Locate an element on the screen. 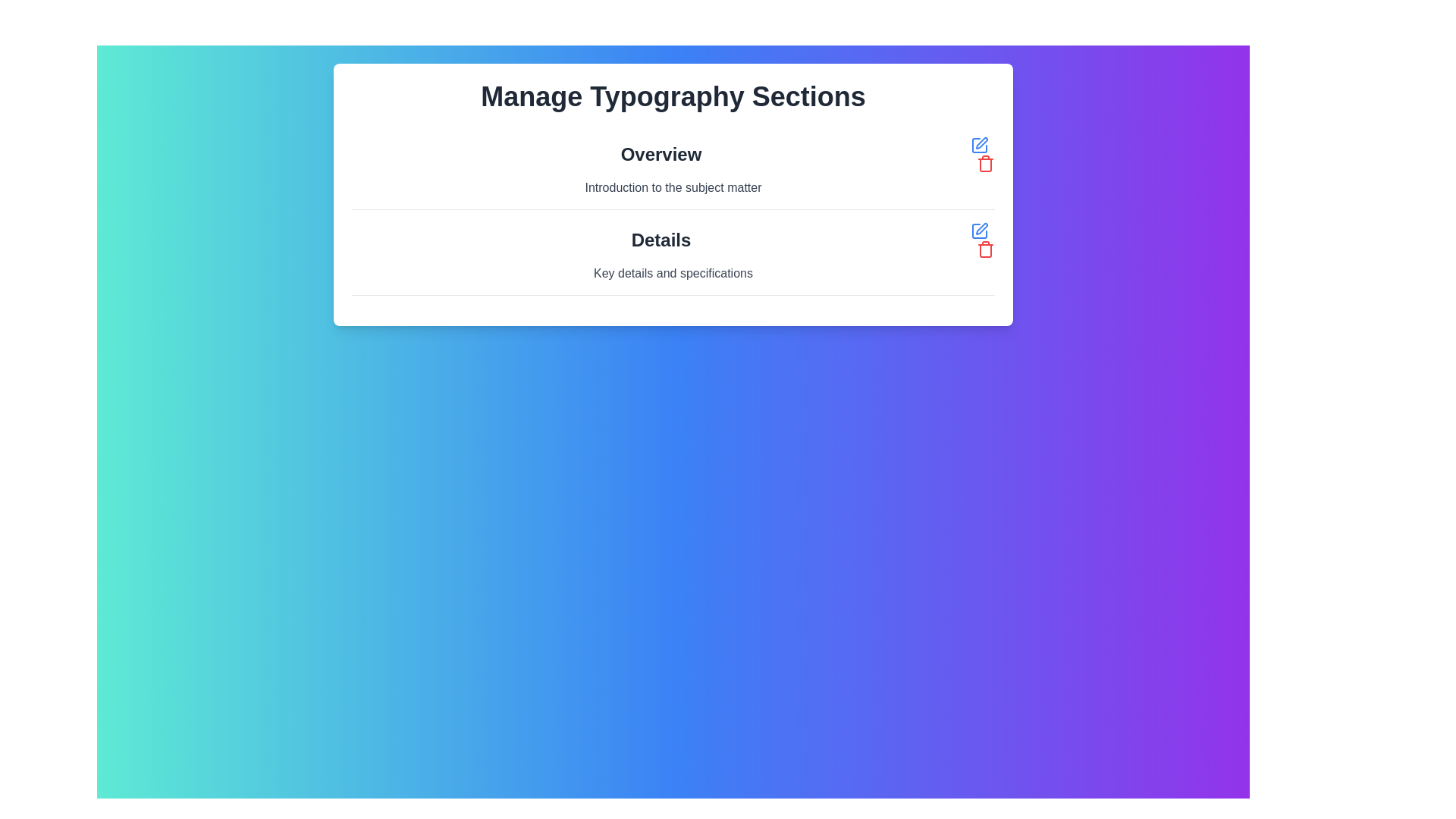 The image size is (1456, 819). the blue pen icon on the right side of the 'Details' label is located at coordinates (983, 239).